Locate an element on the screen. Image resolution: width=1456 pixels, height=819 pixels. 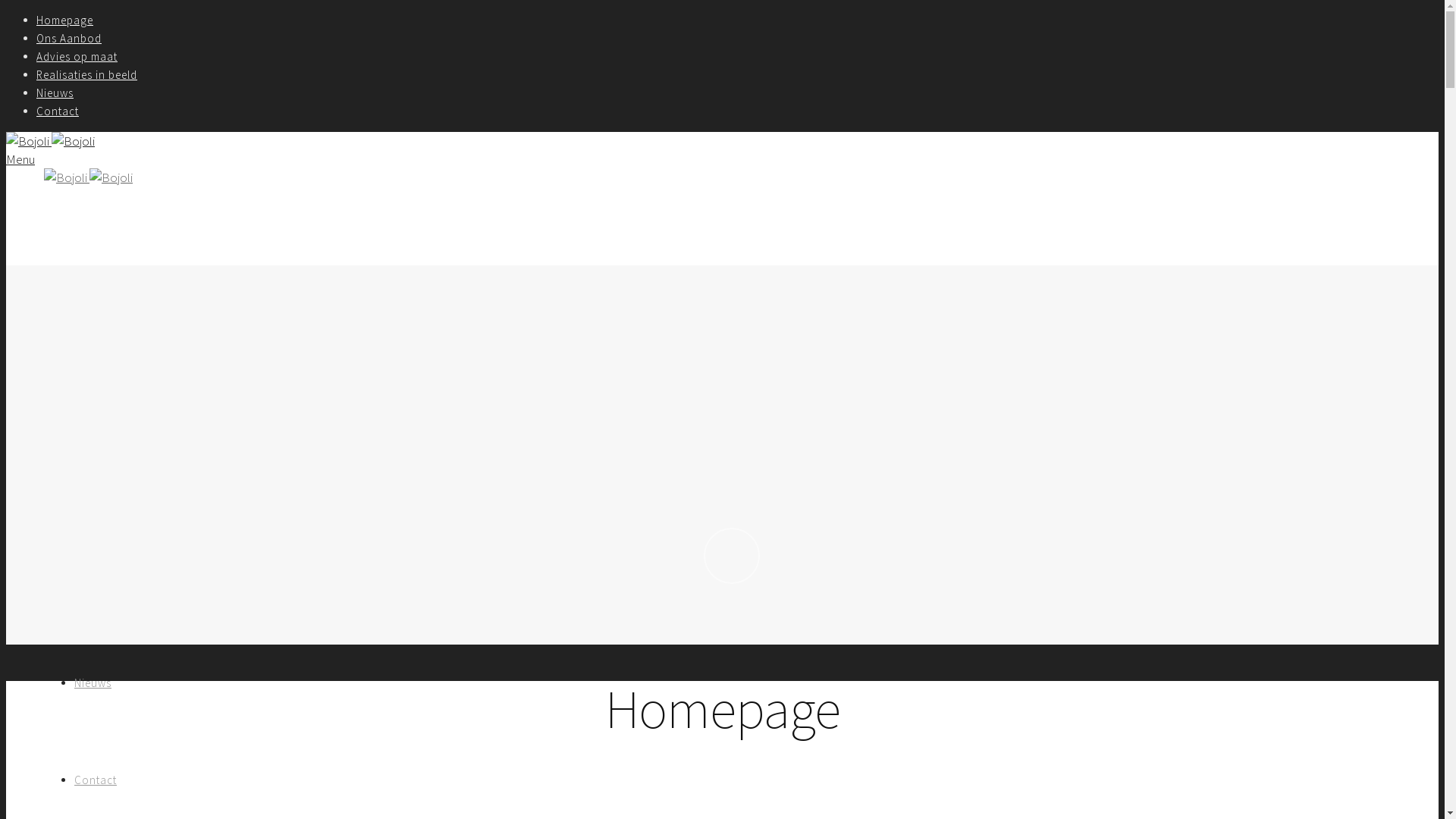
'Menu' is located at coordinates (20, 158).